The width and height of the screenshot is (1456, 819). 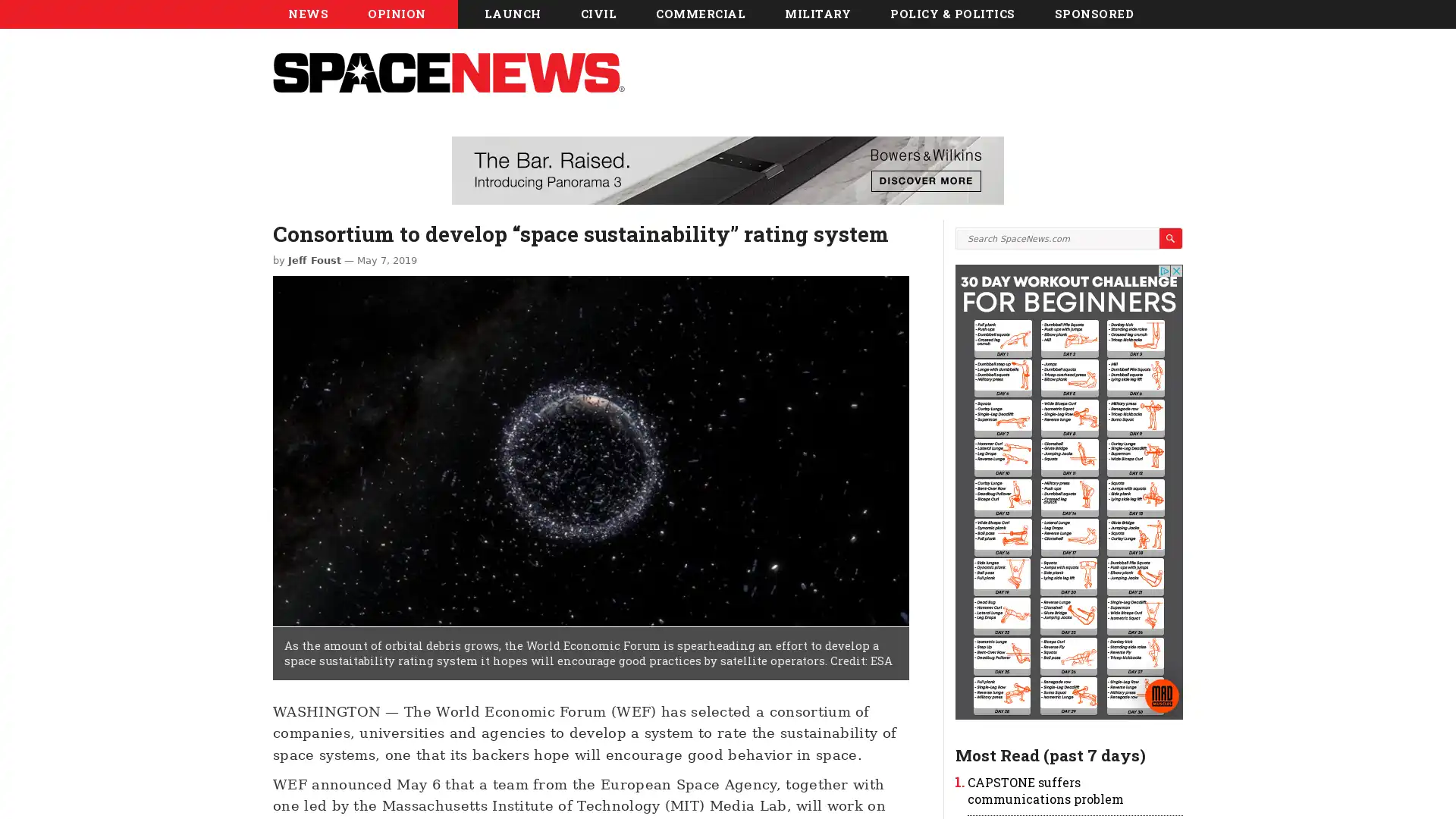 What do you see at coordinates (1170, 155) in the screenshot?
I see `Search` at bounding box center [1170, 155].